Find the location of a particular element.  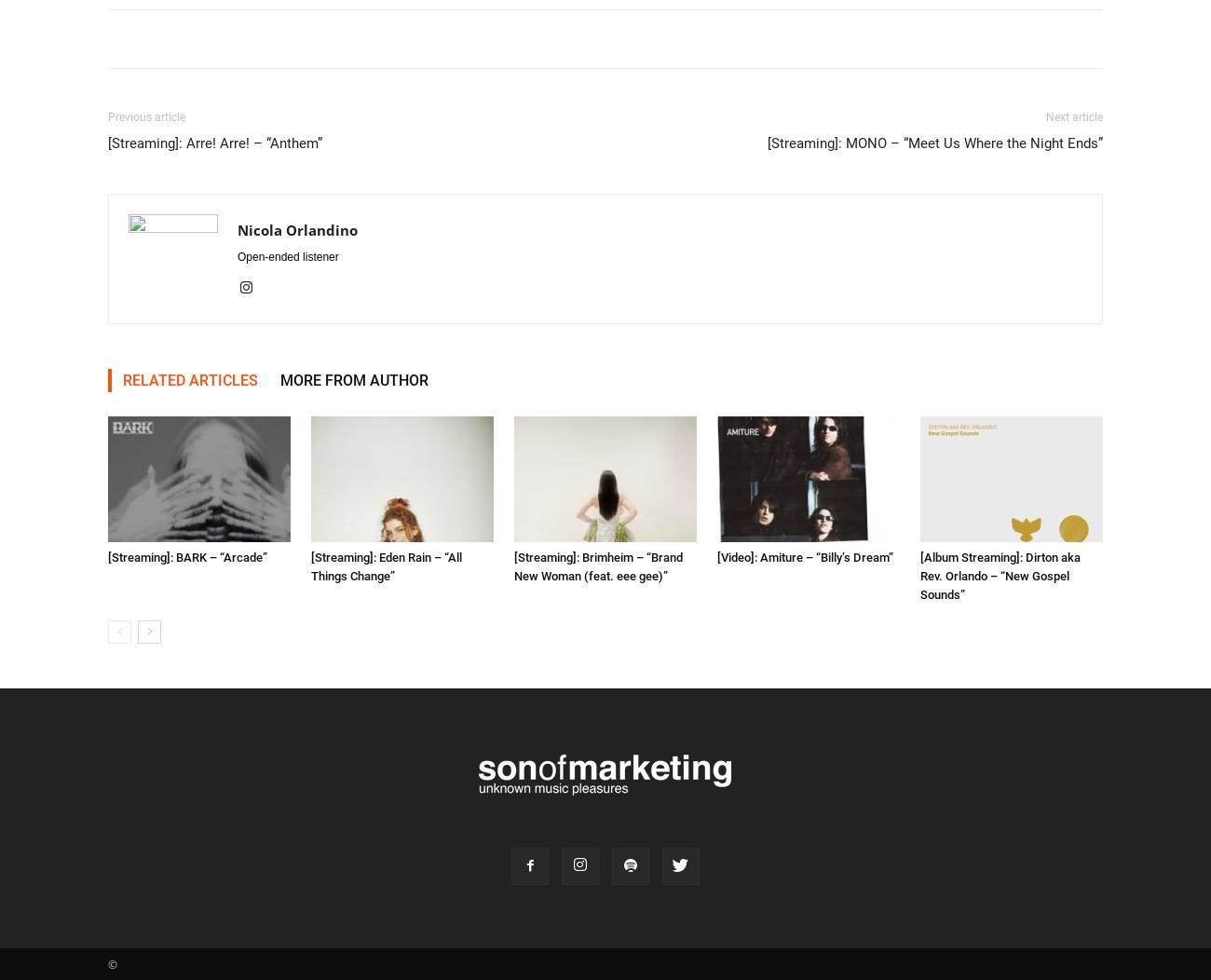

'[Video]: Amiture – “Billy’s Dream”' is located at coordinates (805, 555).